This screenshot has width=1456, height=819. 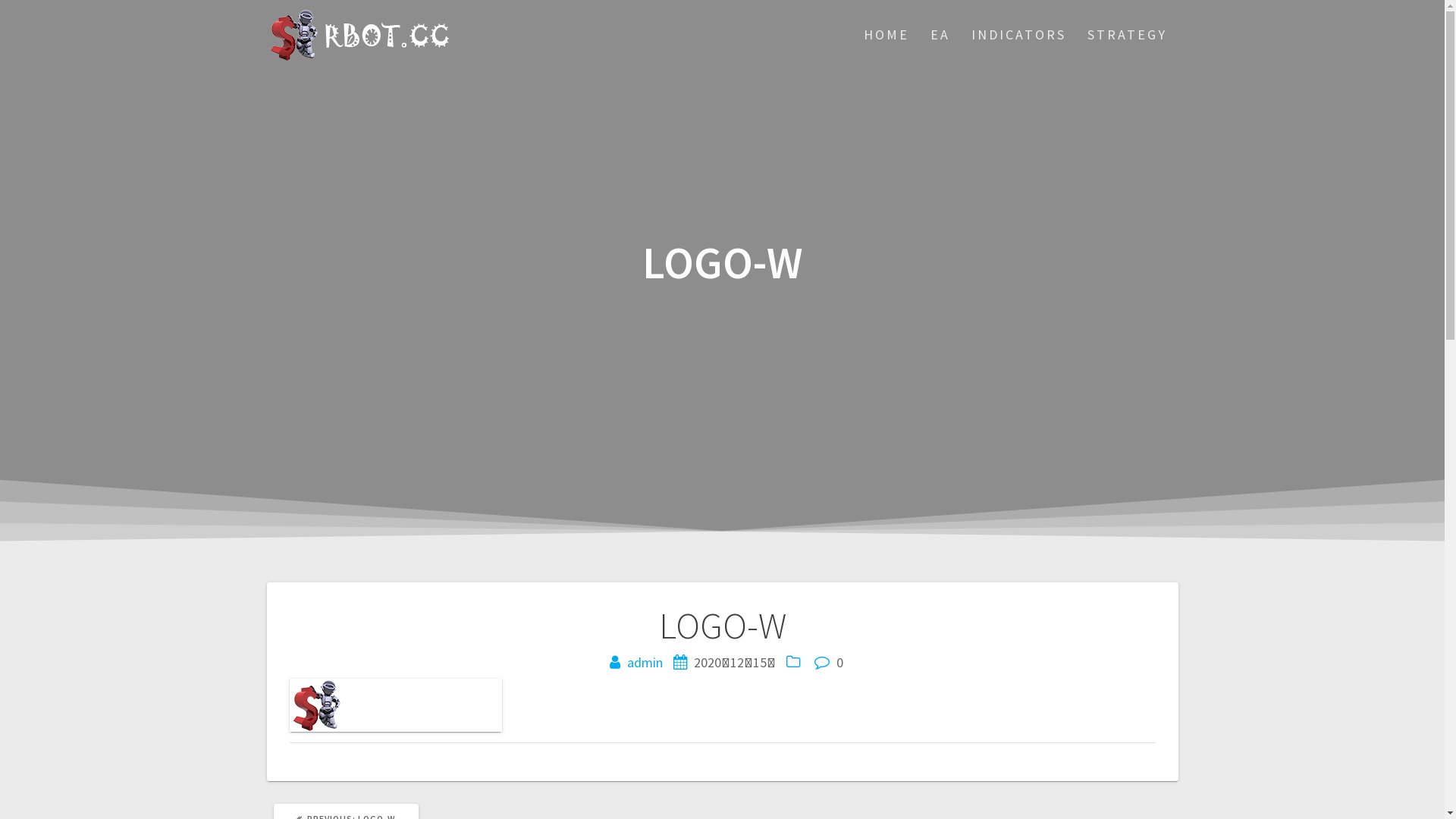 I want to click on 'admin', so click(x=644, y=661).